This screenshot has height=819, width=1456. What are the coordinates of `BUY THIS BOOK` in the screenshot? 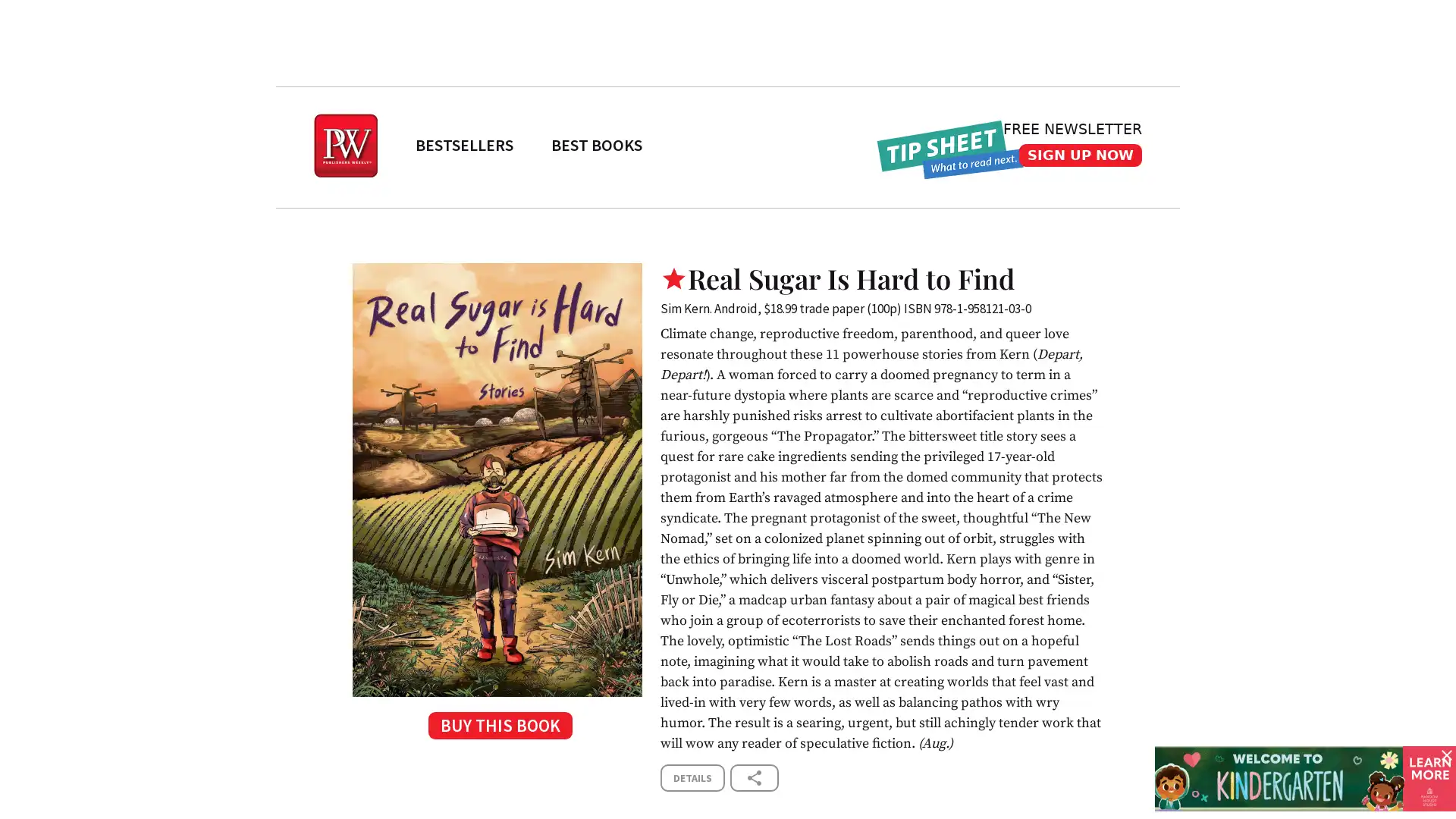 It's located at (497, 730).